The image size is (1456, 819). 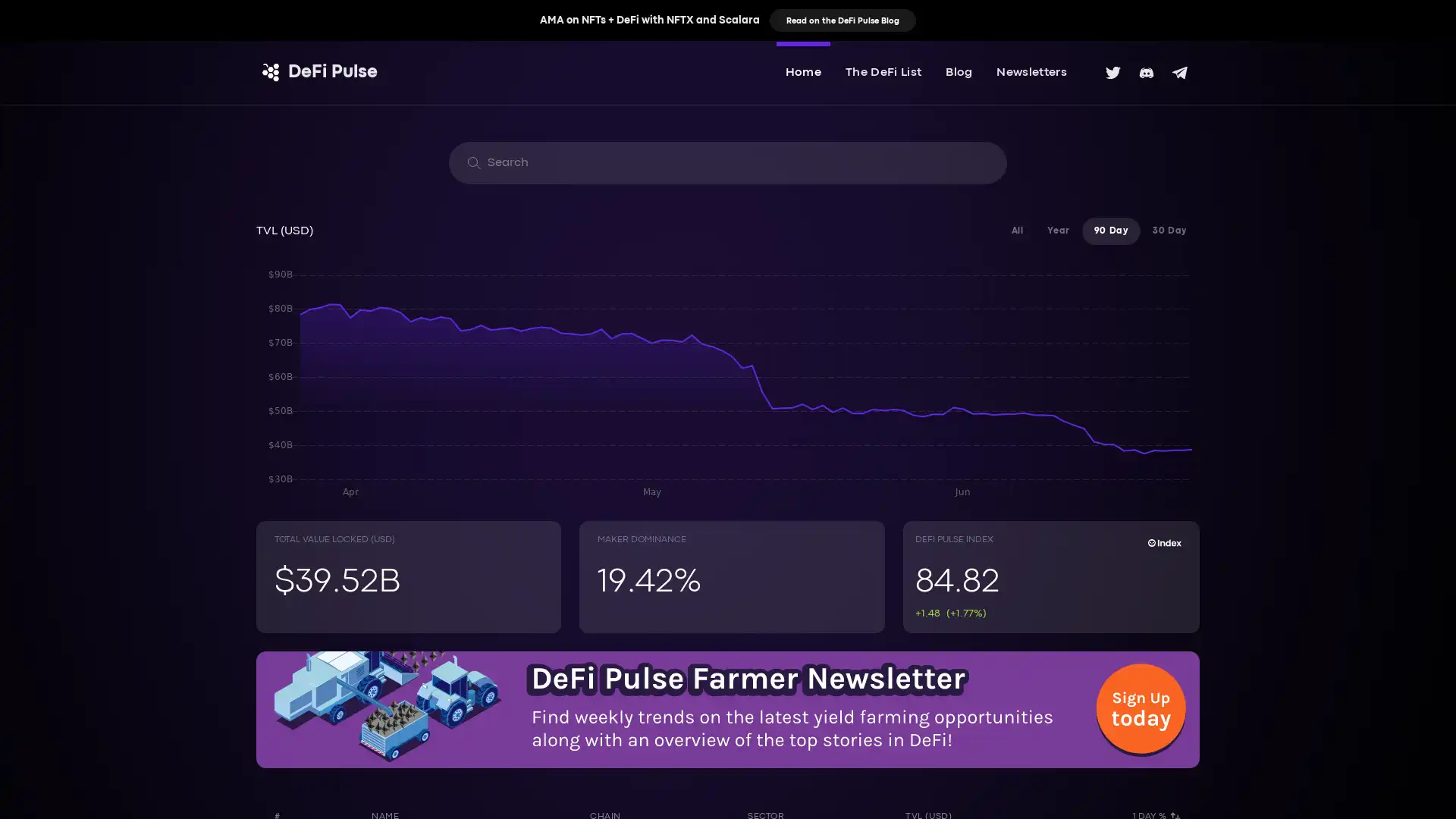 I want to click on All, so click(x=1016, y=231).